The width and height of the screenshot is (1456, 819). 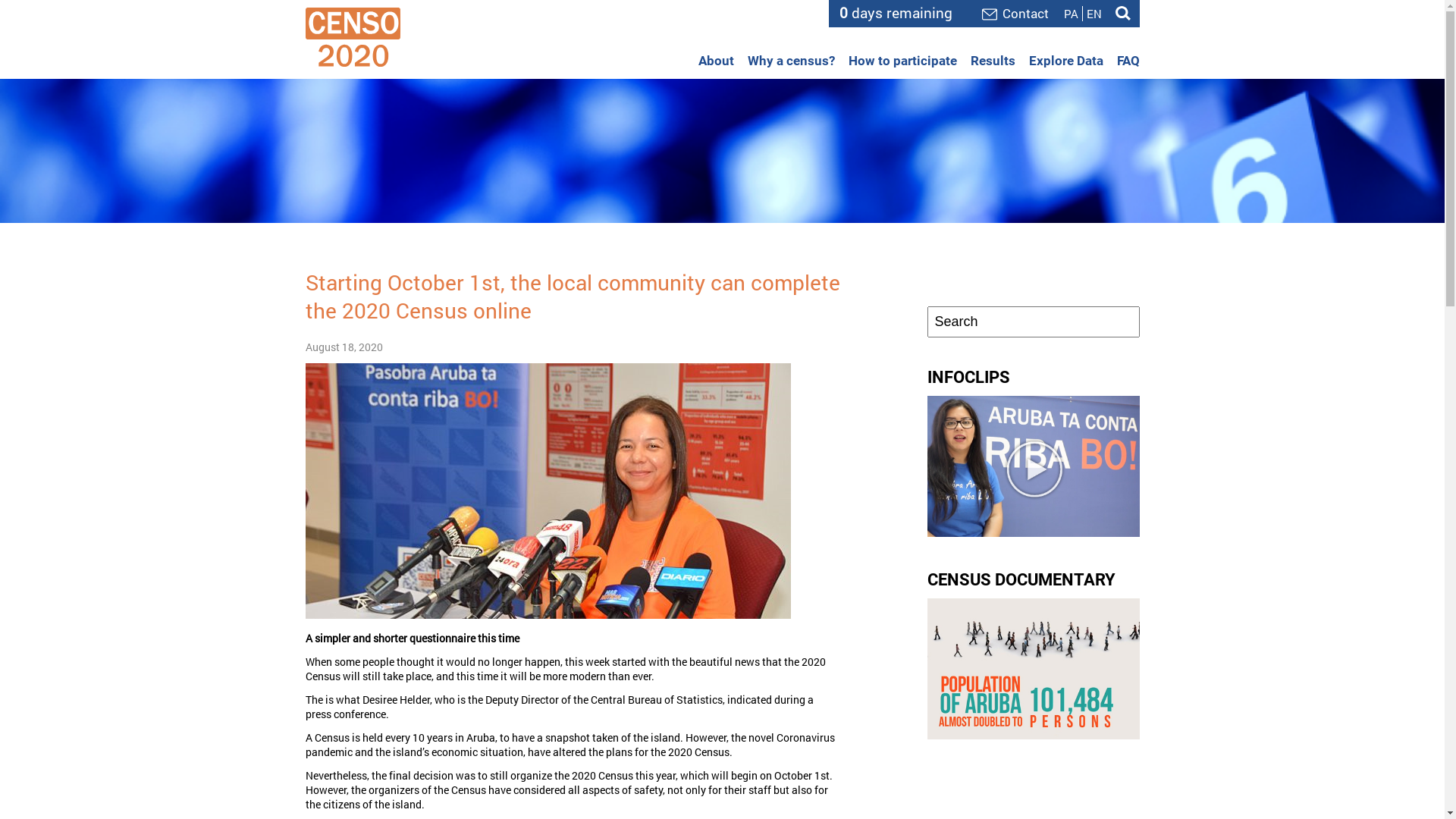 What do you see at coordinates (1015, 13) in the screenshot?
I see `'Contact'` at bounding box center [1015, 13].